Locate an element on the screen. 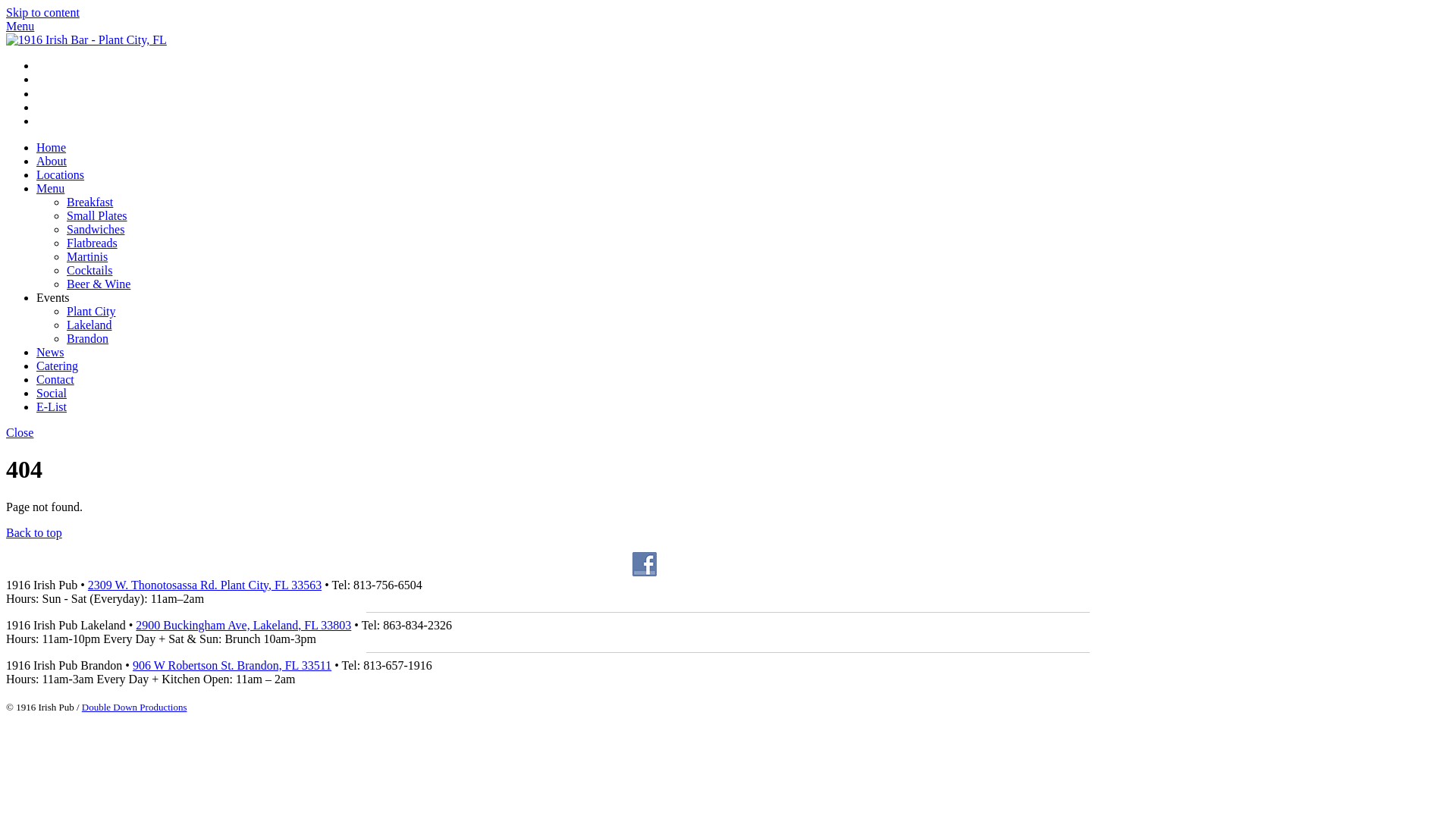 The image size is (1456, 819). 'Skip to content' is located at coordinates (6, 12).